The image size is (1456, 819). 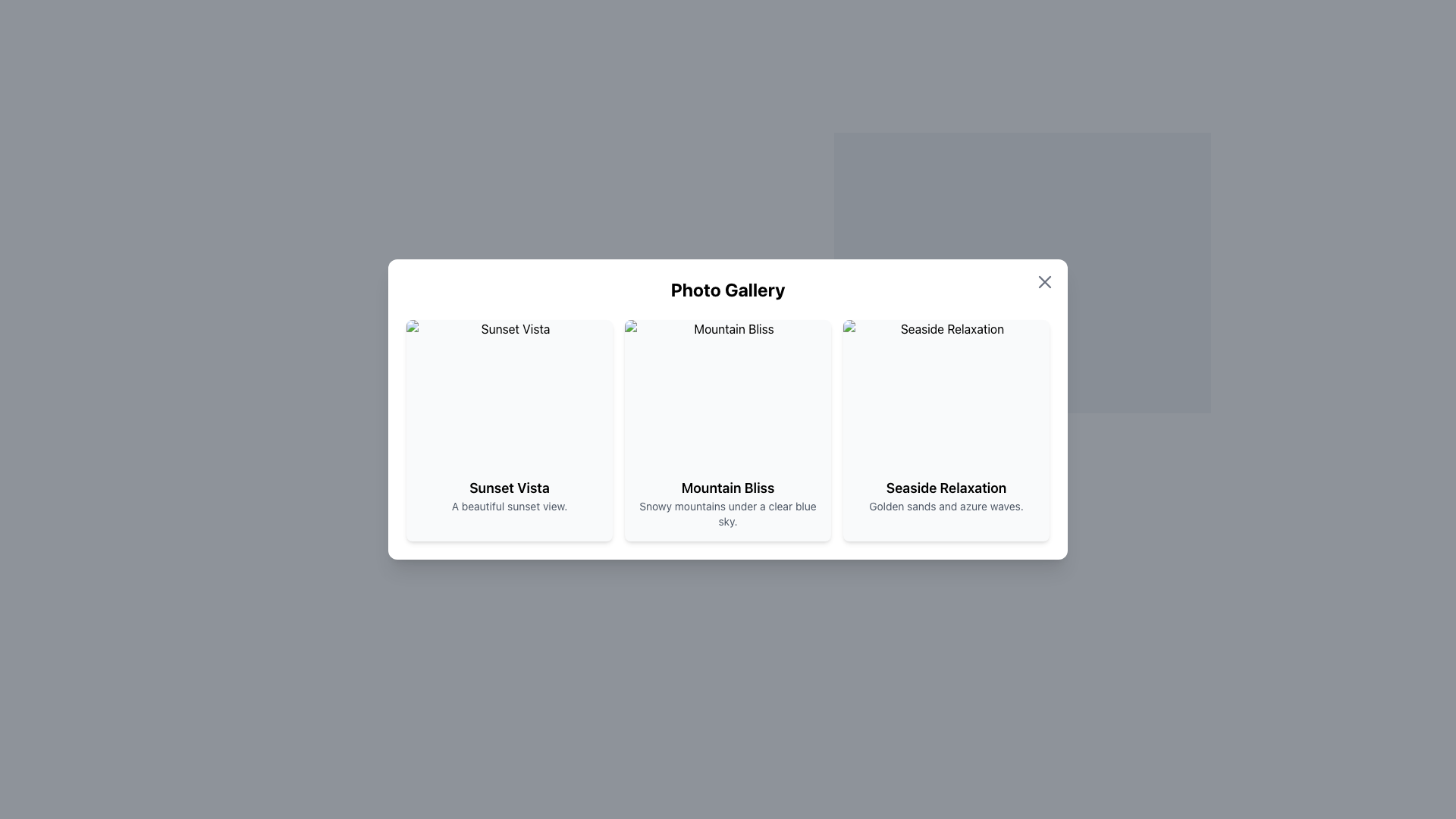 What do you see at coordinates (946, 506) in the screenshot?
I see `the text snippet reading 'Golden sands and azure waves.' located below the heading 'Seaside Relaxation' in the third panel of the gallery layout` at bounding box center [946, 506].